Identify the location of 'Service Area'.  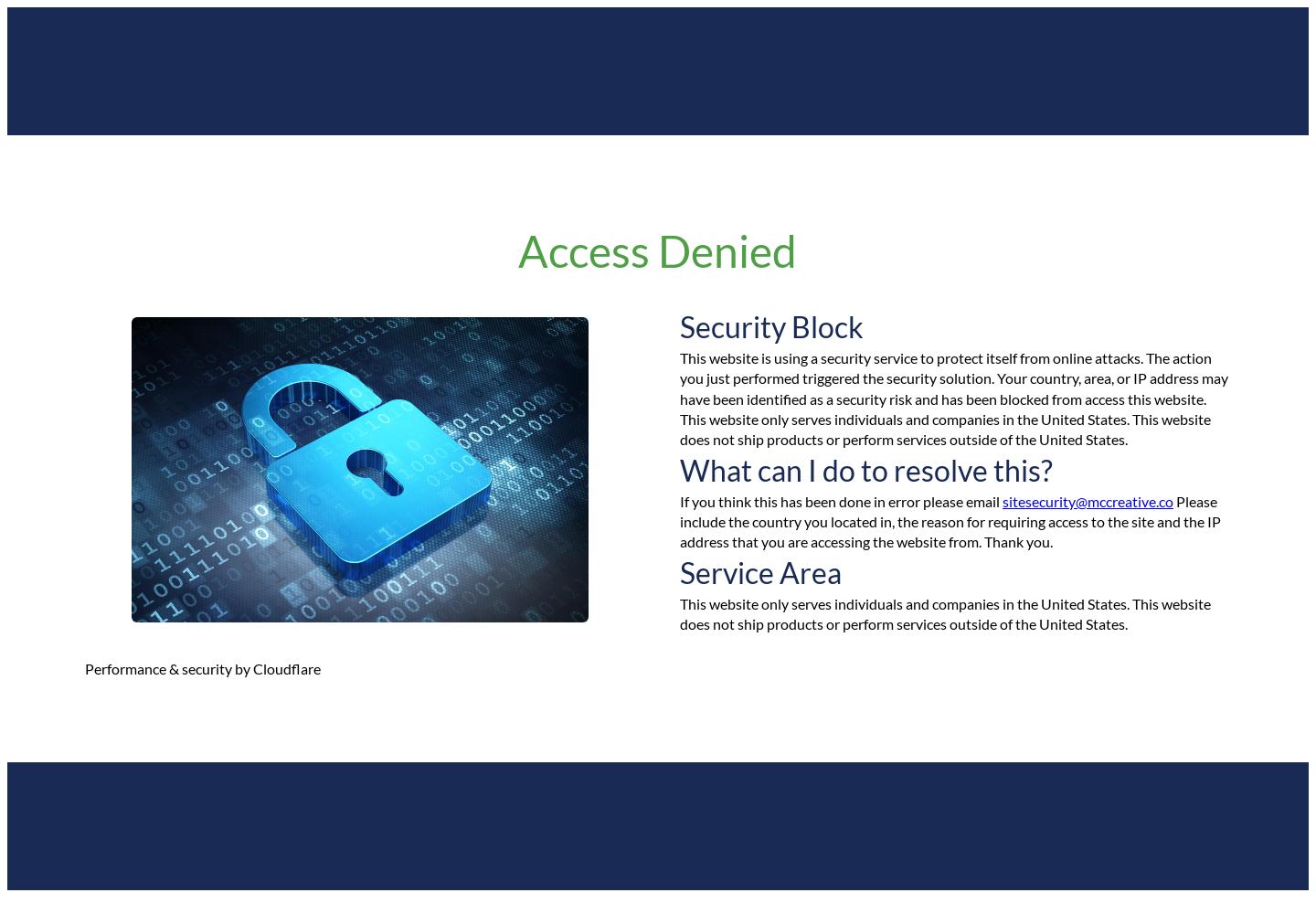
(679, 571).